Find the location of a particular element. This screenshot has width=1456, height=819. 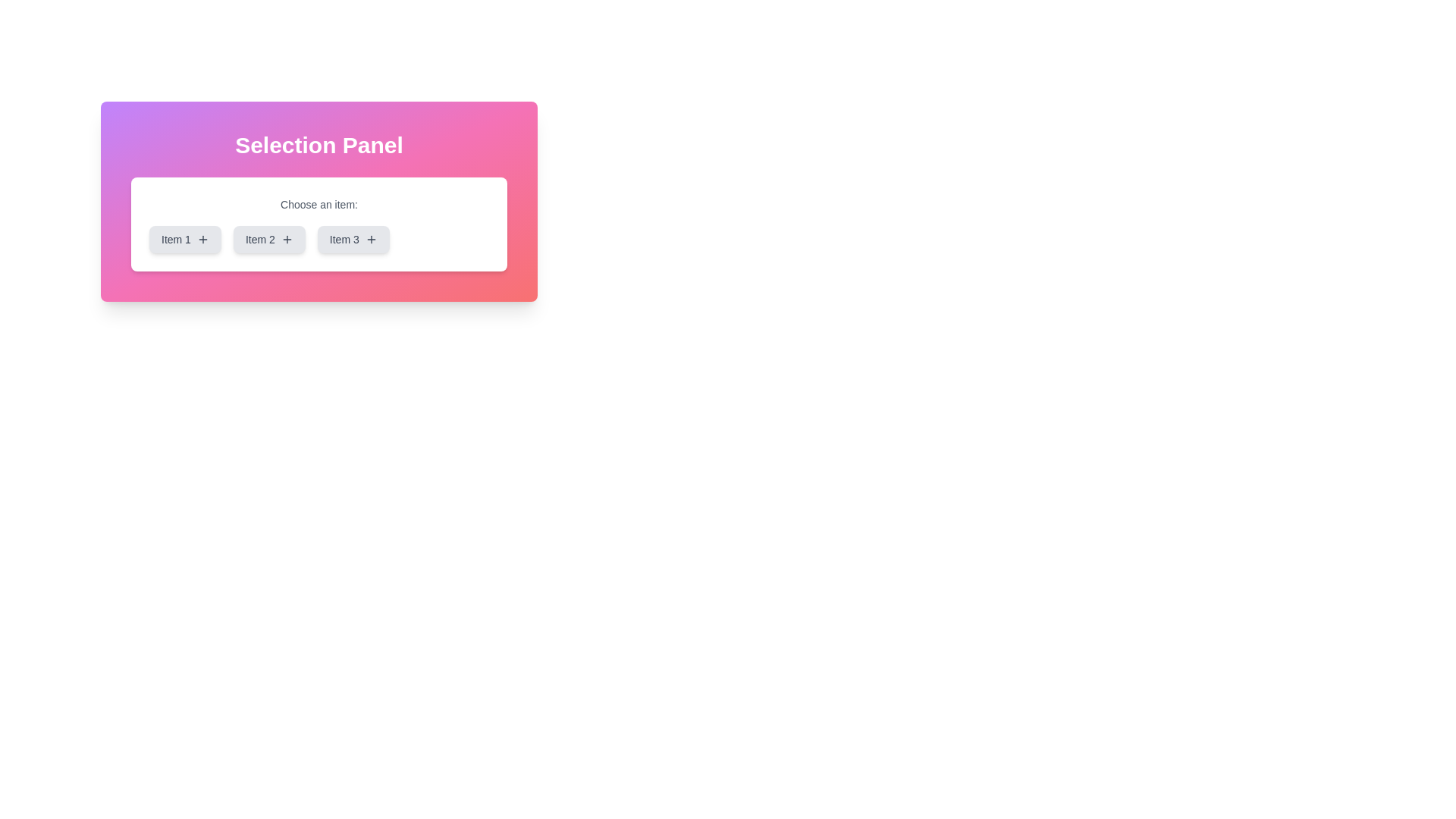

the label or button representing 'Item 2' is located at coordinates (260, 239).